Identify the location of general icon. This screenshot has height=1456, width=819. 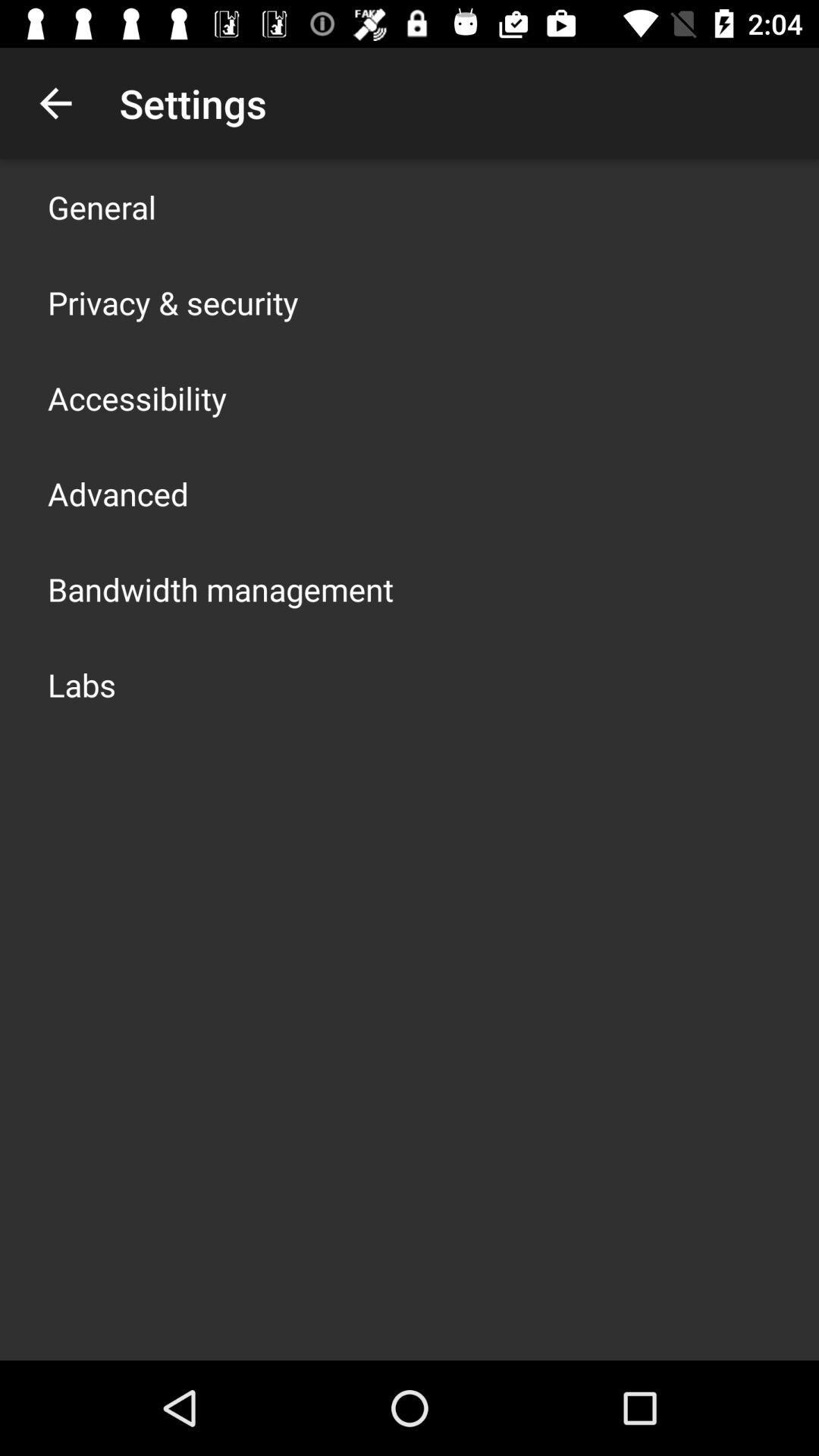
(102, 206).